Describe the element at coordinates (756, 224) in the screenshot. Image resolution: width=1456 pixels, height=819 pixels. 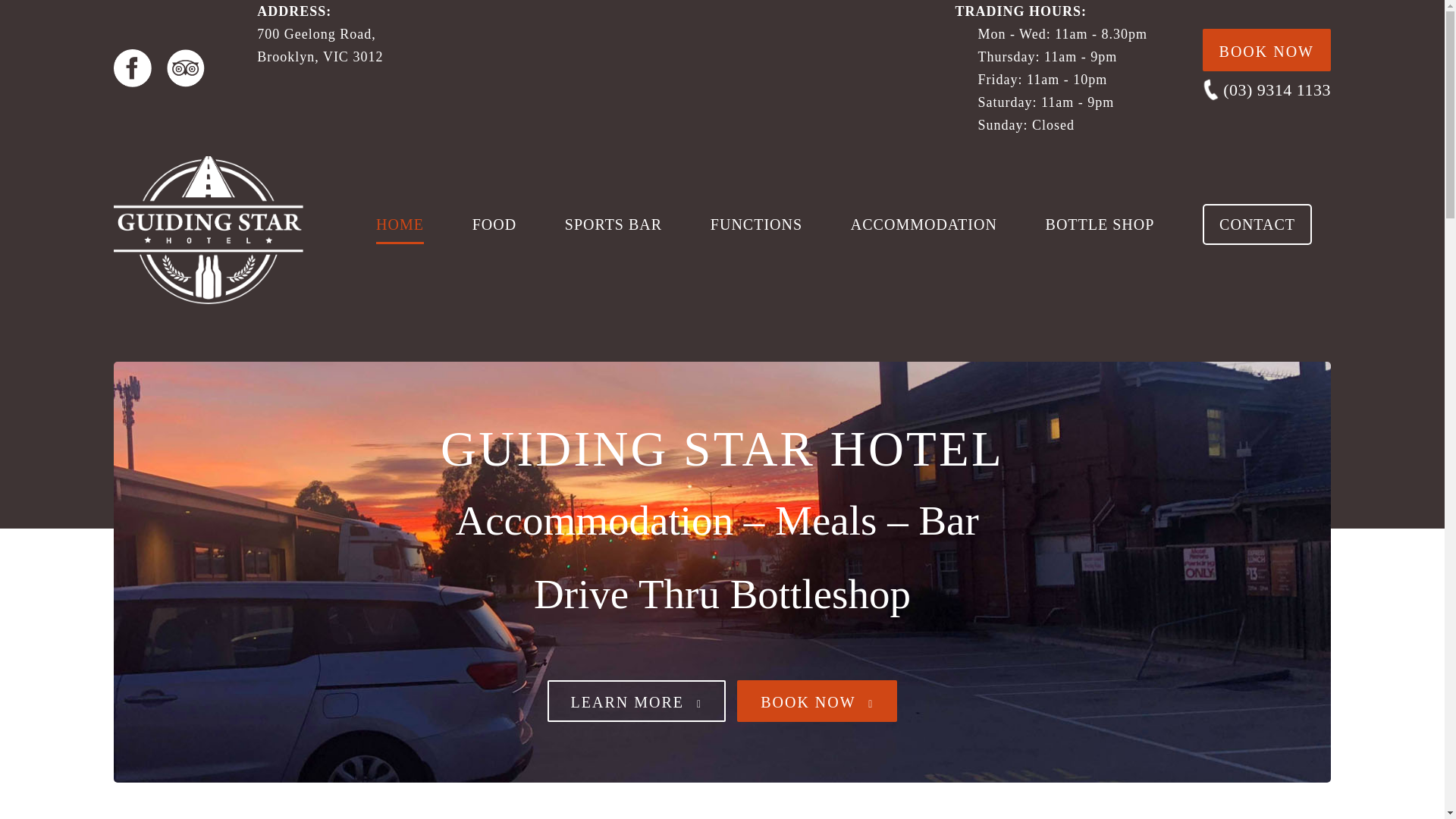
I see `'FUNCTIONS'` at that location.